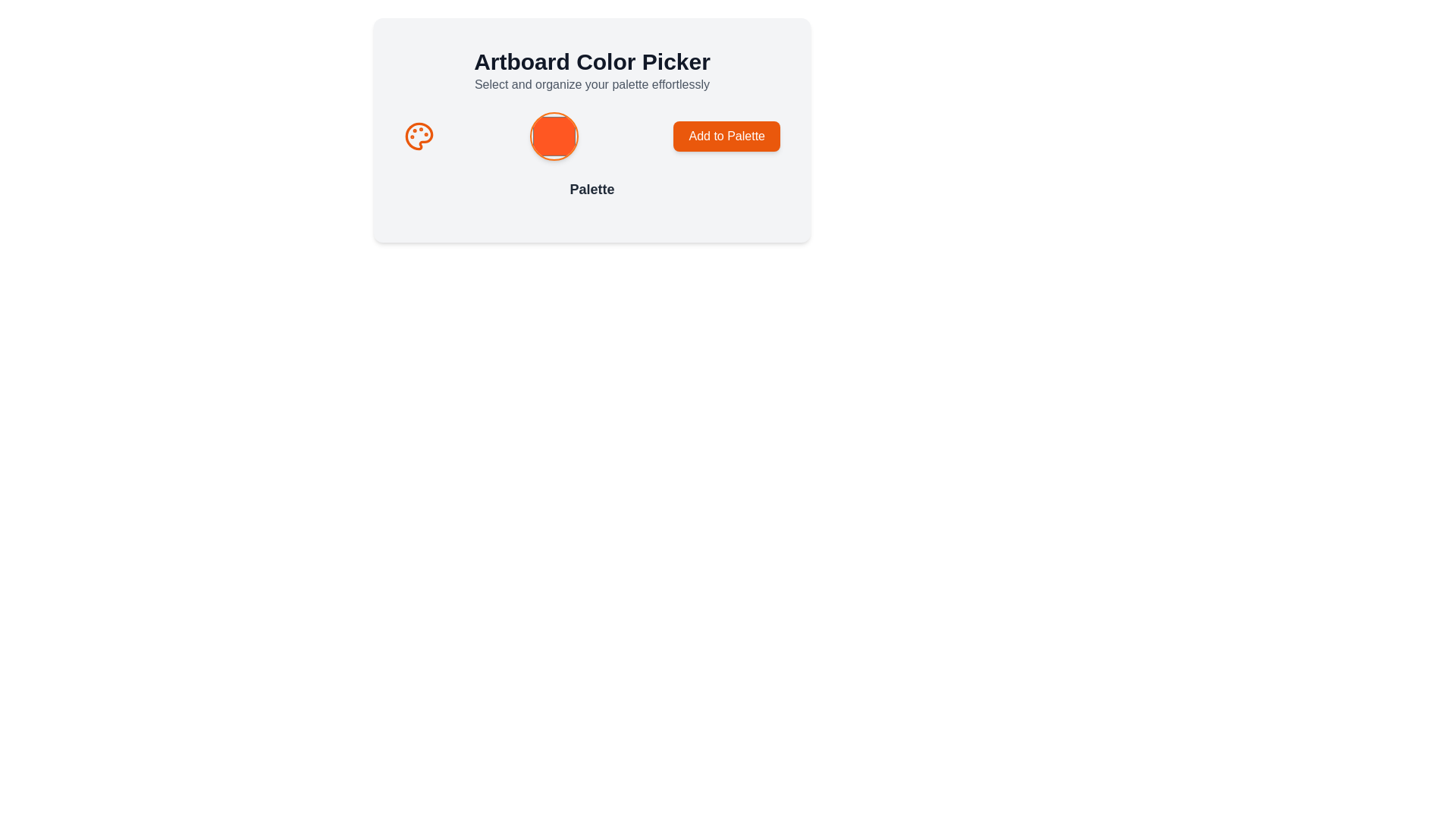 The width and height of the screenshot is (1456, 819). Describe the element at coordinates (419, 136) in the screenshot. I see `the circular palette icon, which is part of the Artboard Color Picker section, located to the left of the 'Palette' text label` at that location.